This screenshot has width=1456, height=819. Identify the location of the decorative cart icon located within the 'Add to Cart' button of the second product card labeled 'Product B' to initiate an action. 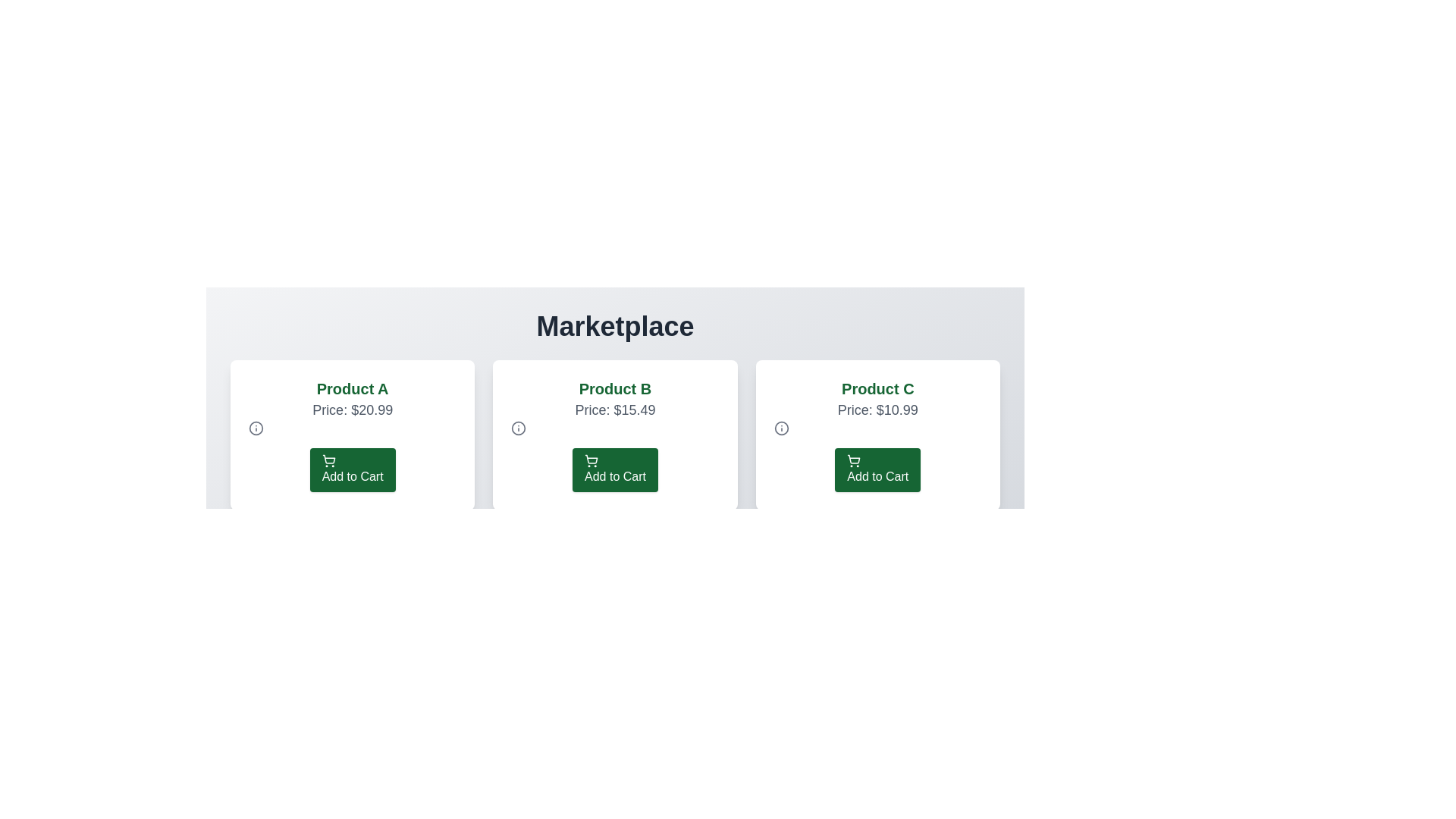
(591, 458).